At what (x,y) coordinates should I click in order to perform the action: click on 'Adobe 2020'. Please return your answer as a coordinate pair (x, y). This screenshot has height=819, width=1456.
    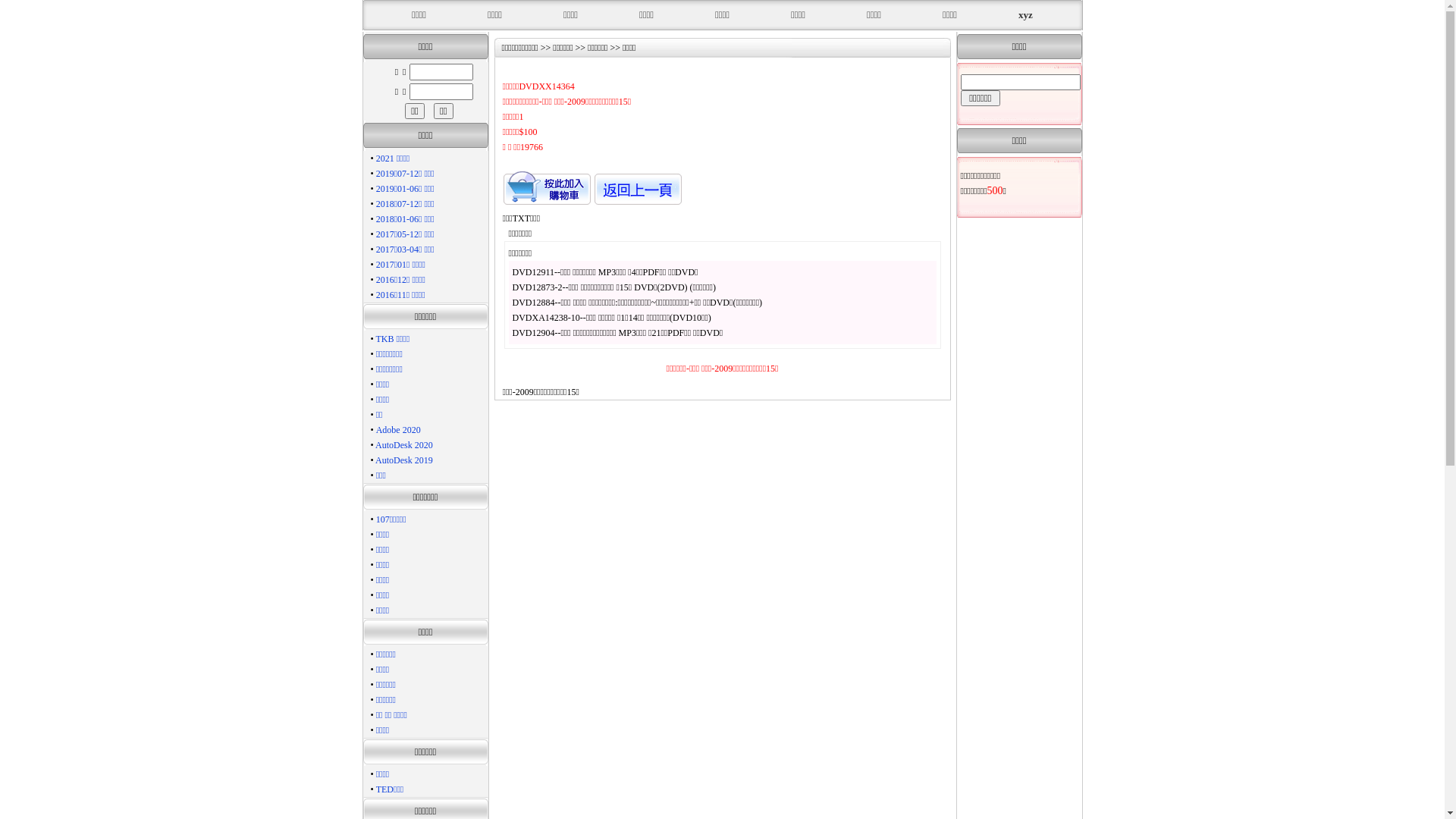
    Looking at the image, I should click on (398, 430).